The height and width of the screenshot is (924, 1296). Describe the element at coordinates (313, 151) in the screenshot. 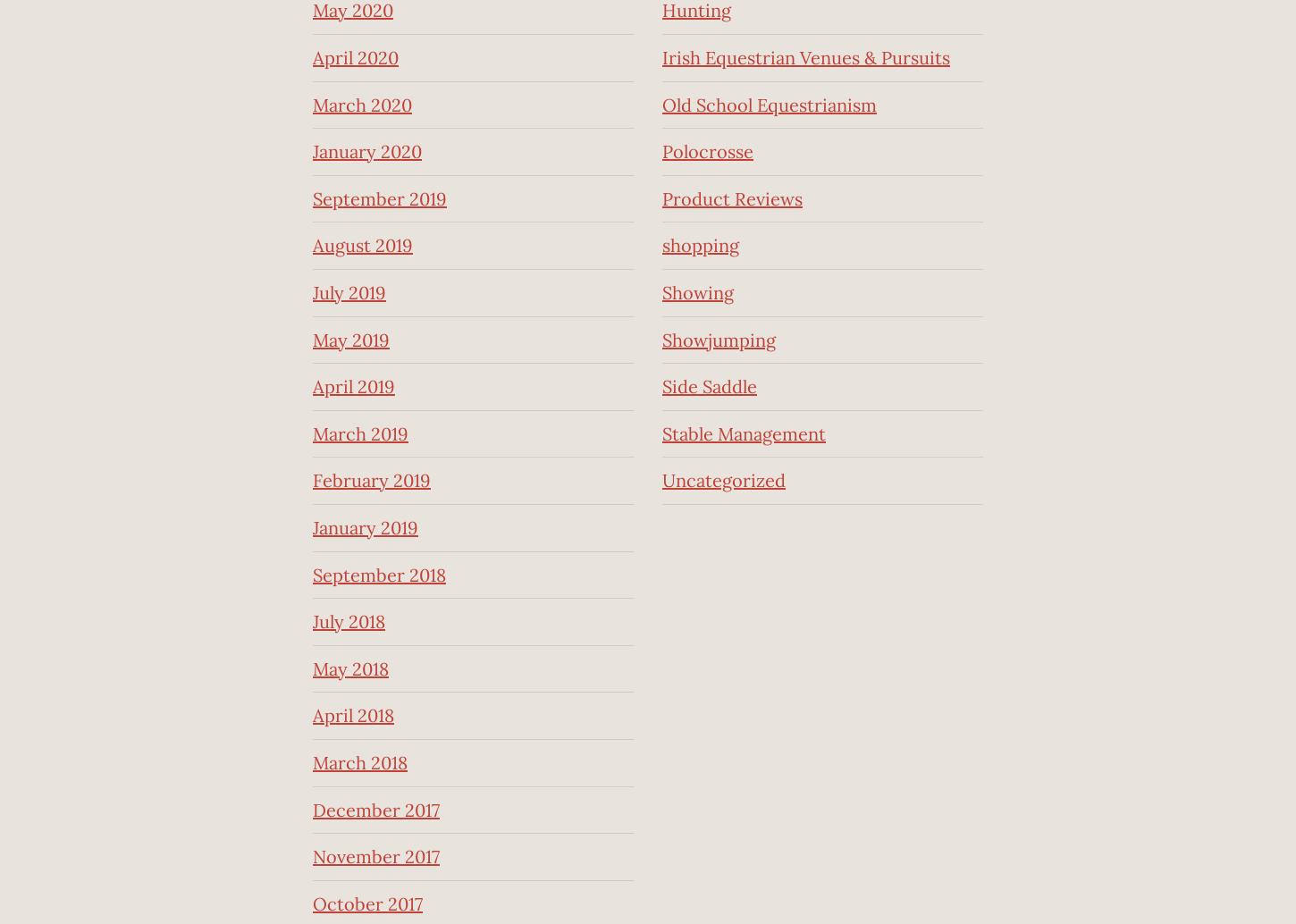

I see `'January 2020'` at that location.